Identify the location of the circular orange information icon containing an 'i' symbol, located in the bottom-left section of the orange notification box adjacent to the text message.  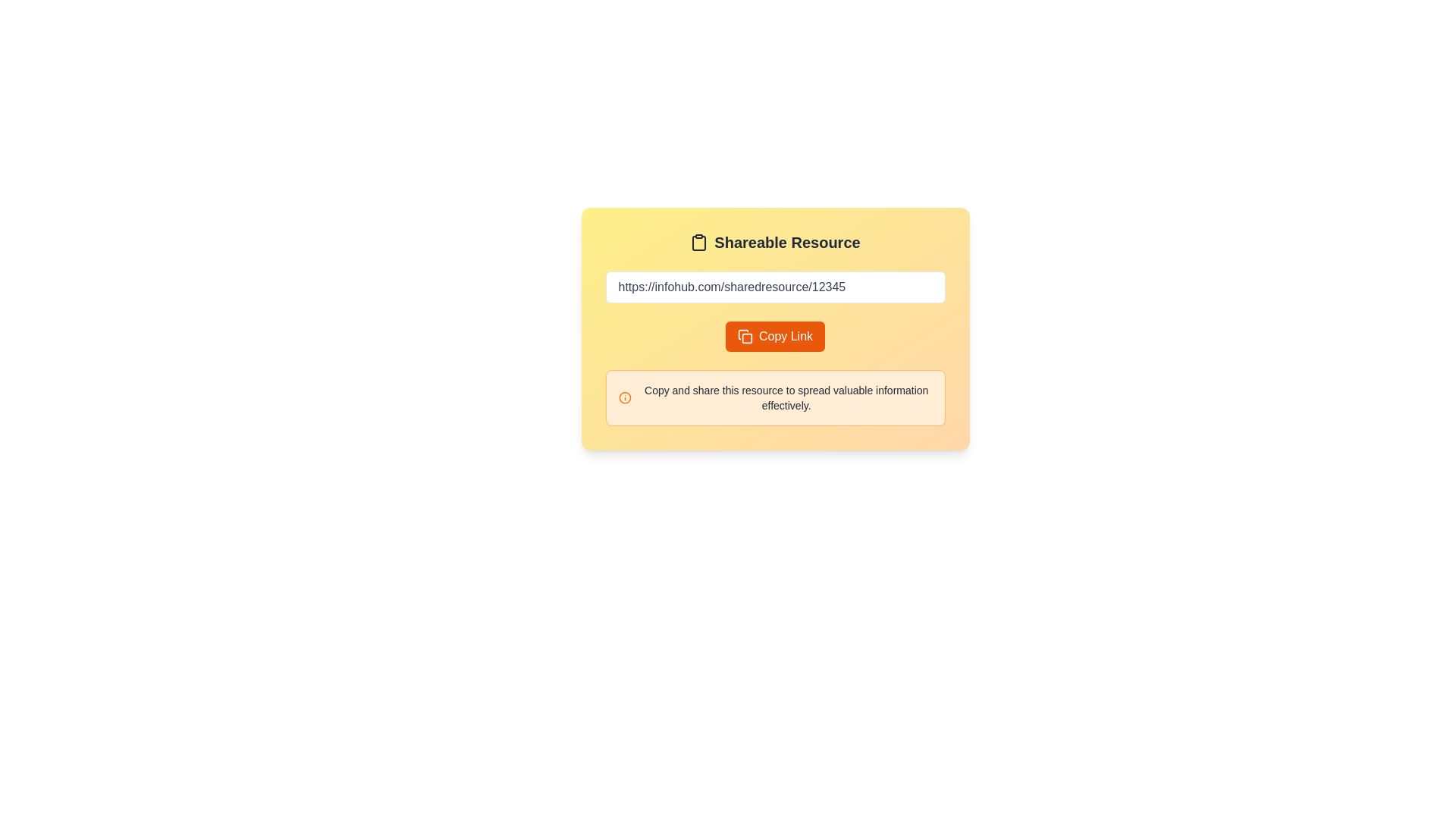
(625, 397).